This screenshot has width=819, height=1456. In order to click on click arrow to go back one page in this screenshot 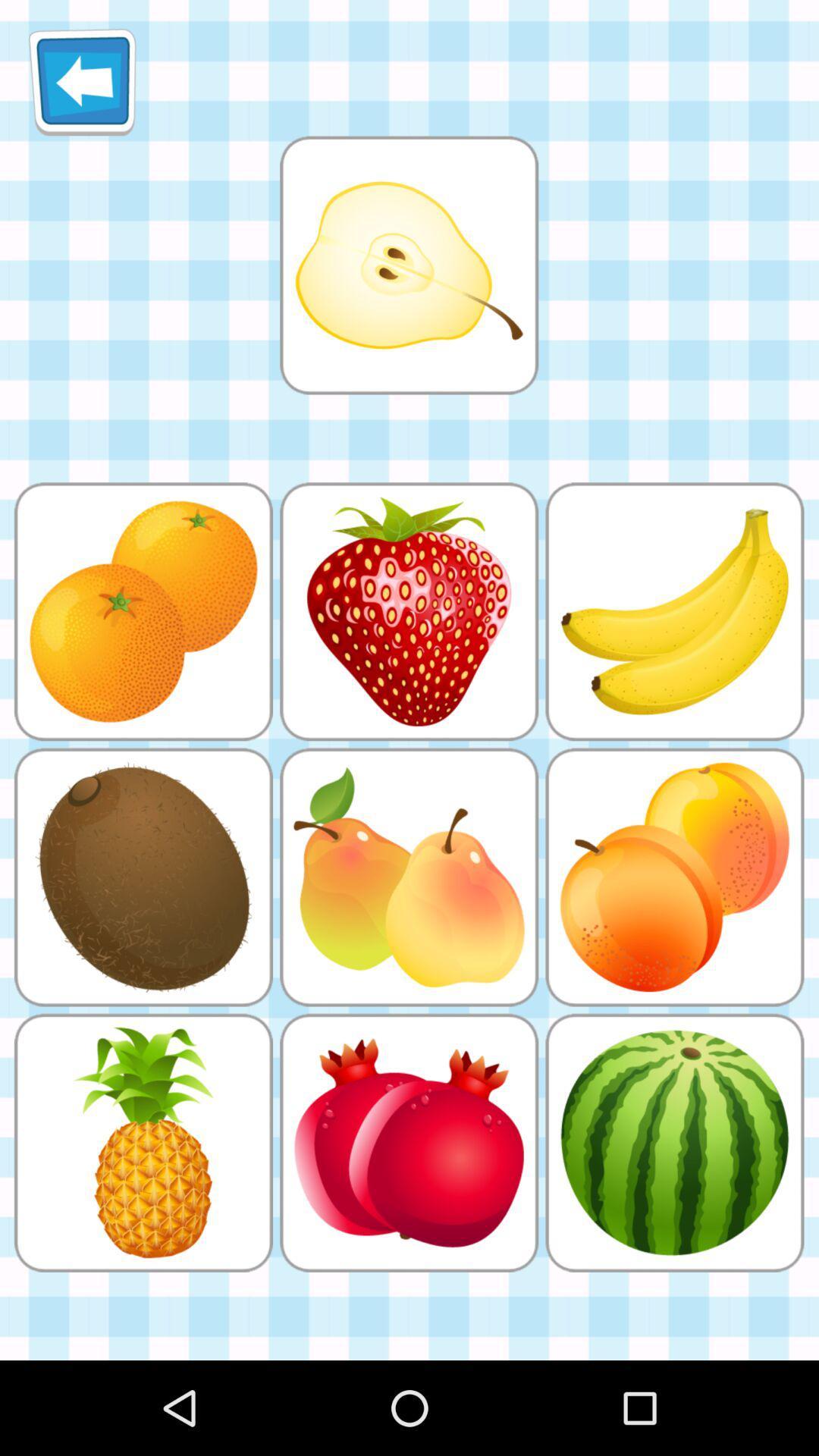, I will do `click(82, 81)`.